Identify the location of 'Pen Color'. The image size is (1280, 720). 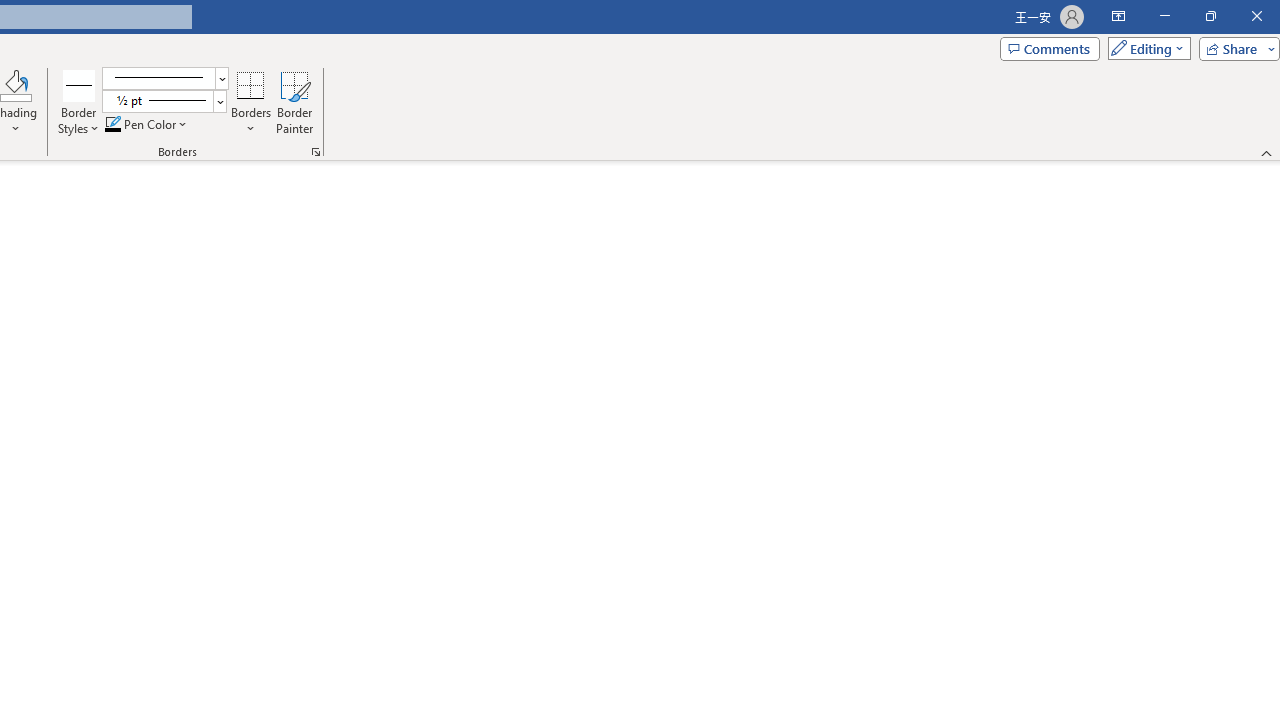
(146, 124).